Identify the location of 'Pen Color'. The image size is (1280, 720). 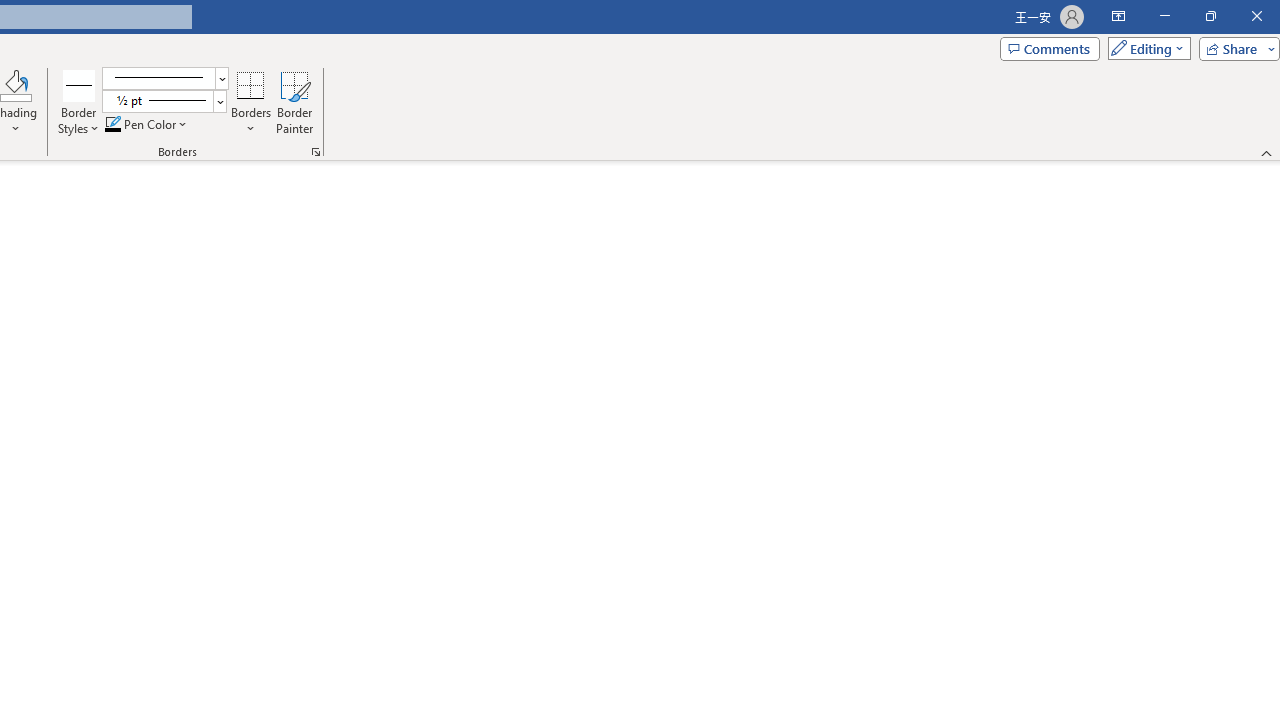
(146, 124).